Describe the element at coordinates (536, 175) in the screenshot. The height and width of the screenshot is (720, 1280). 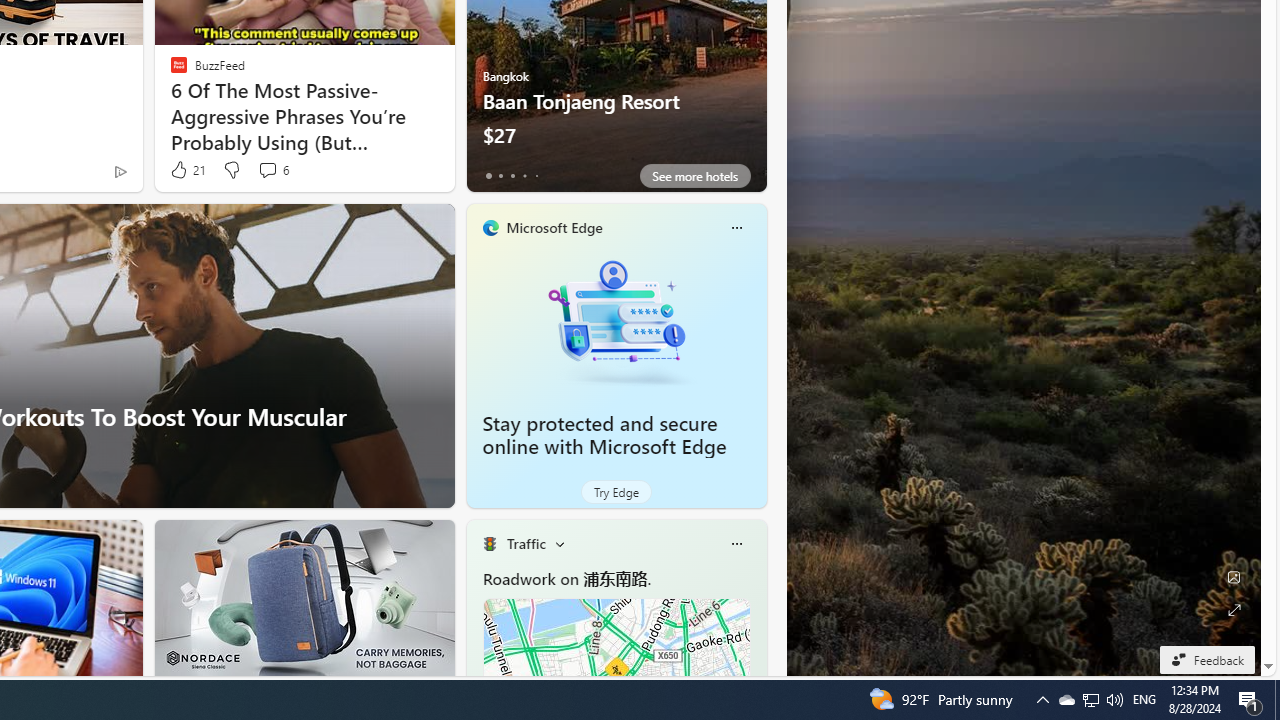
I see `'tab-4'` at that location.